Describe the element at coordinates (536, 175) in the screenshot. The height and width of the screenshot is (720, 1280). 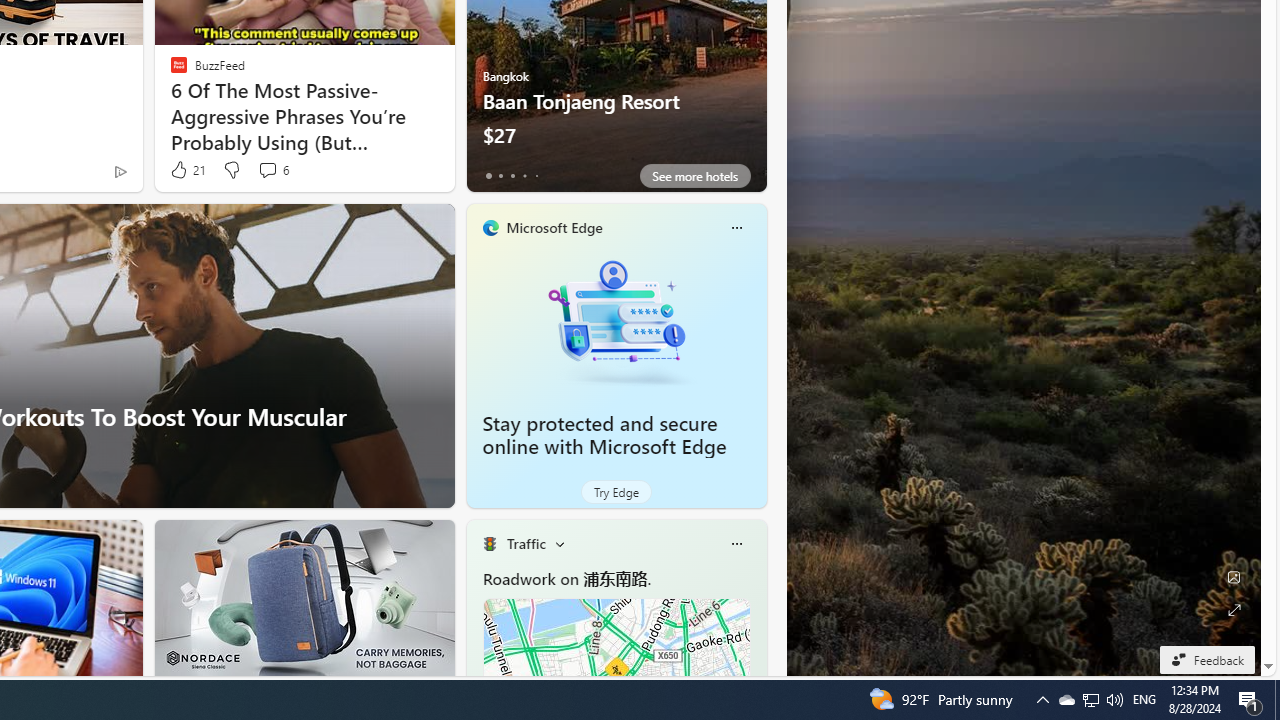
I see `'tab-4'` at that location.